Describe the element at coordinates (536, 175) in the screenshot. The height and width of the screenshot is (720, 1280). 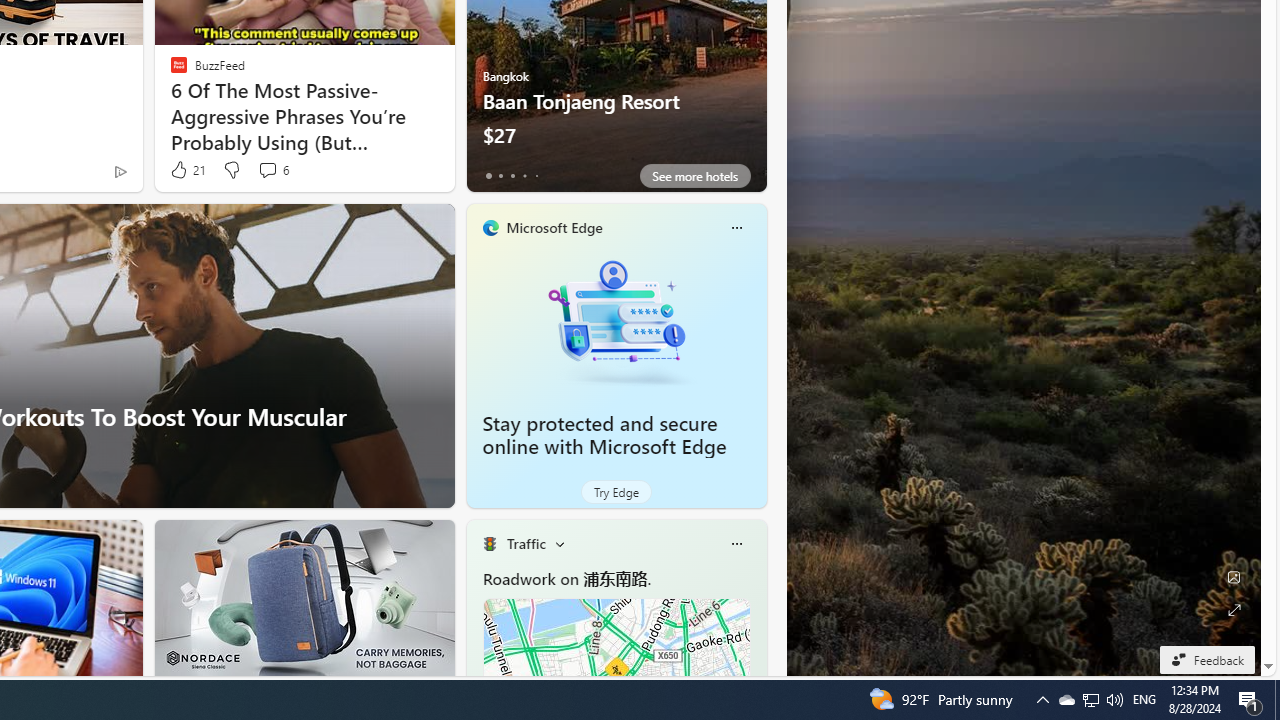
I see `'tab-4'` at that location.